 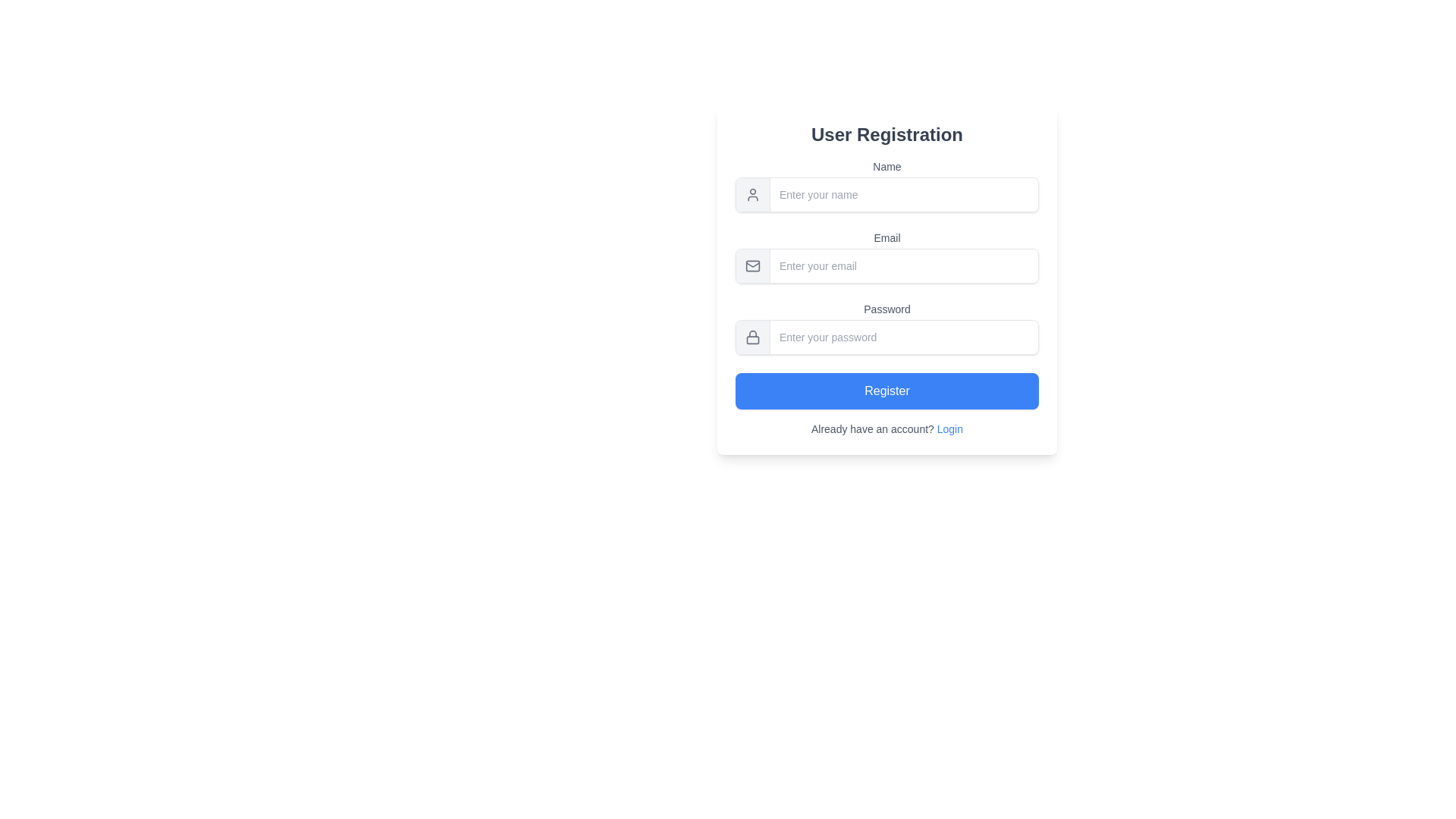 What do you see at coordinates (753, 194) in the screenshot?
I see `the user icon, which is a simple figure of a person styled in gray, located to the left of the 'Name' input field in the 'User Registration' form` at bounding box center [753, 194].